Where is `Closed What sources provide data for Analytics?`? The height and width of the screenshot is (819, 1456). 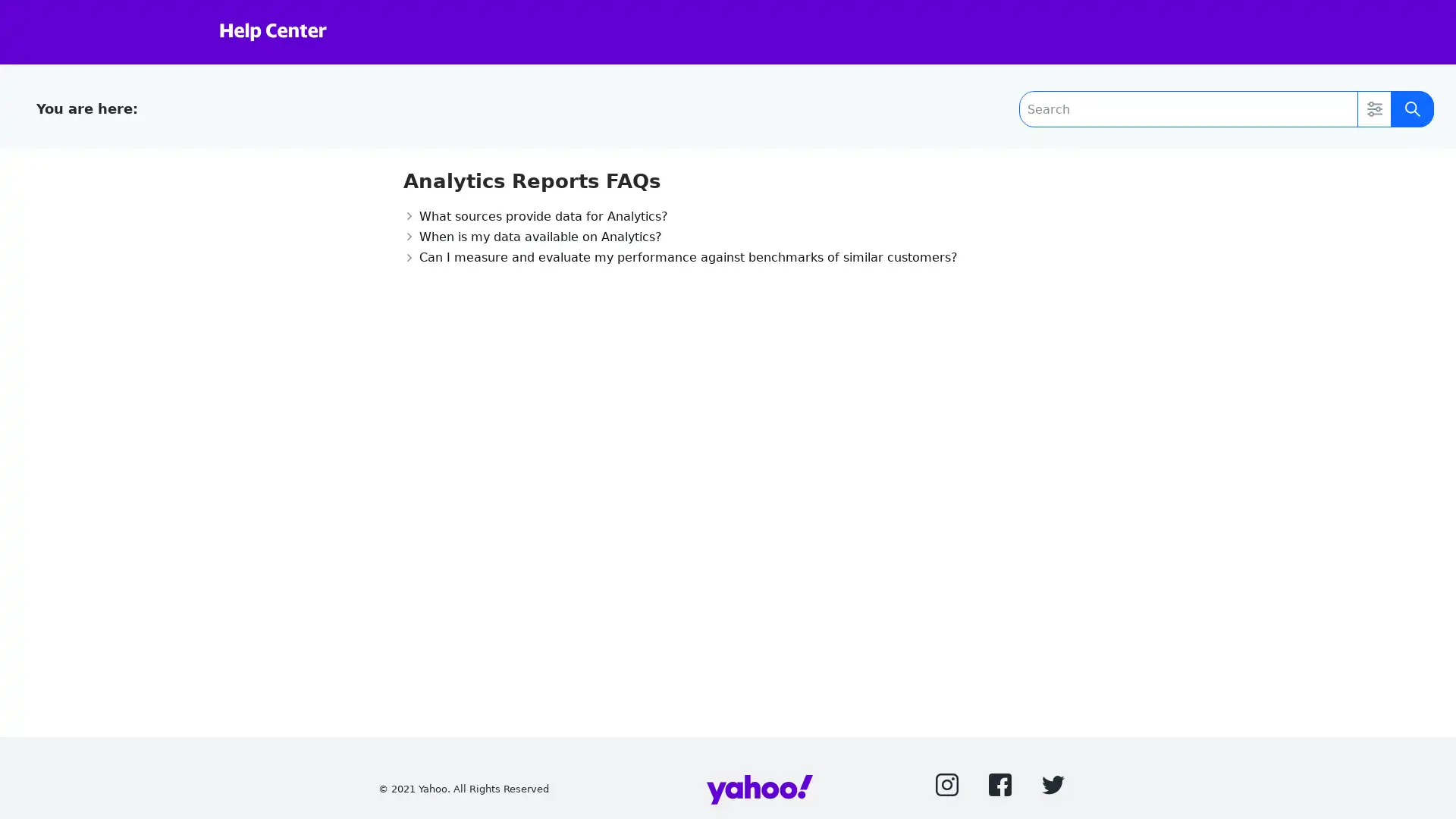 Closed What sources provide data for Analytics? is located at coordinates (535, 215).